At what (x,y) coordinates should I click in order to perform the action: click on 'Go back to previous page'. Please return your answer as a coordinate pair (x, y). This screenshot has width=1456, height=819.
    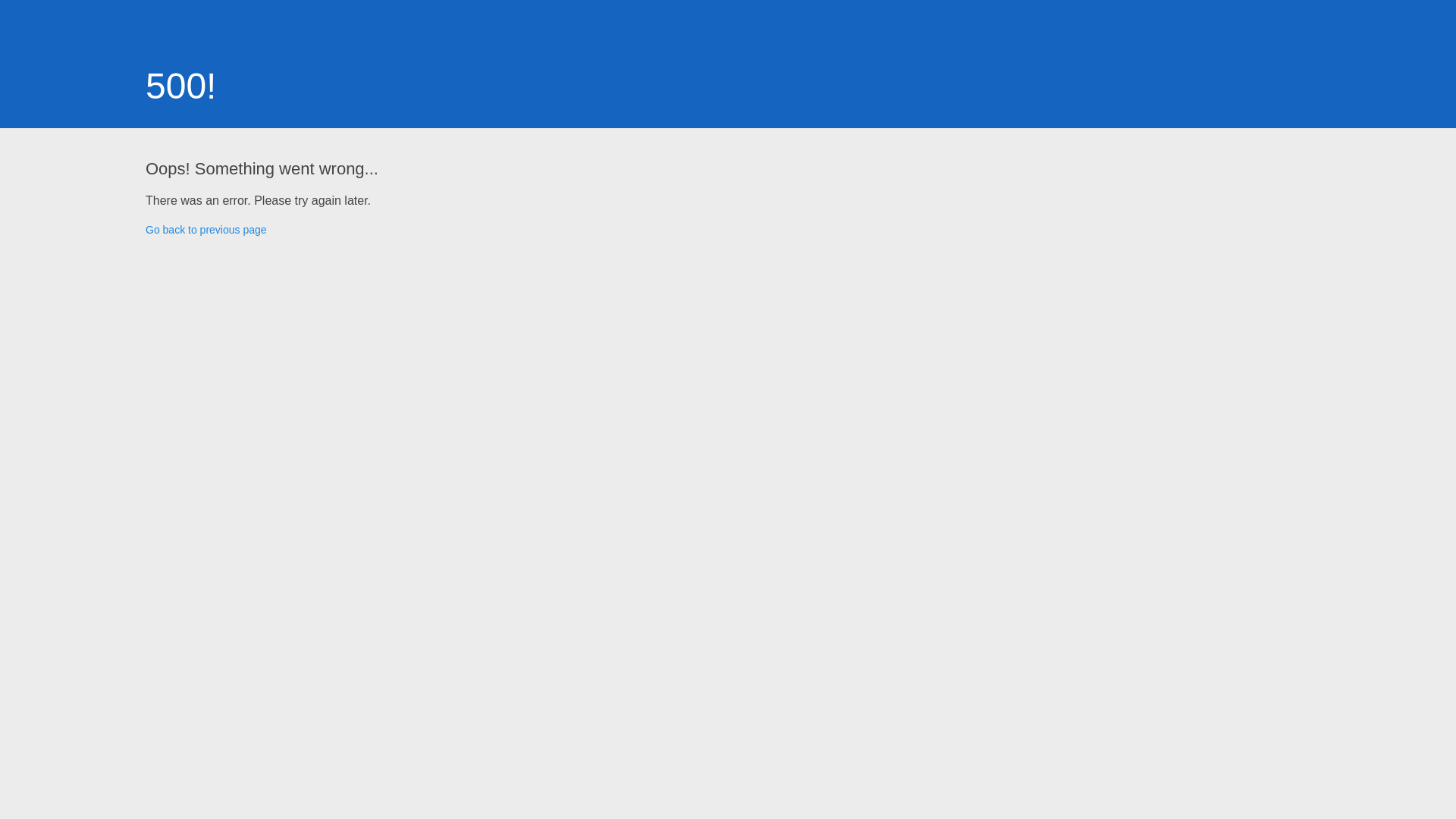
    Looking at the image, I should click on (206, 230).